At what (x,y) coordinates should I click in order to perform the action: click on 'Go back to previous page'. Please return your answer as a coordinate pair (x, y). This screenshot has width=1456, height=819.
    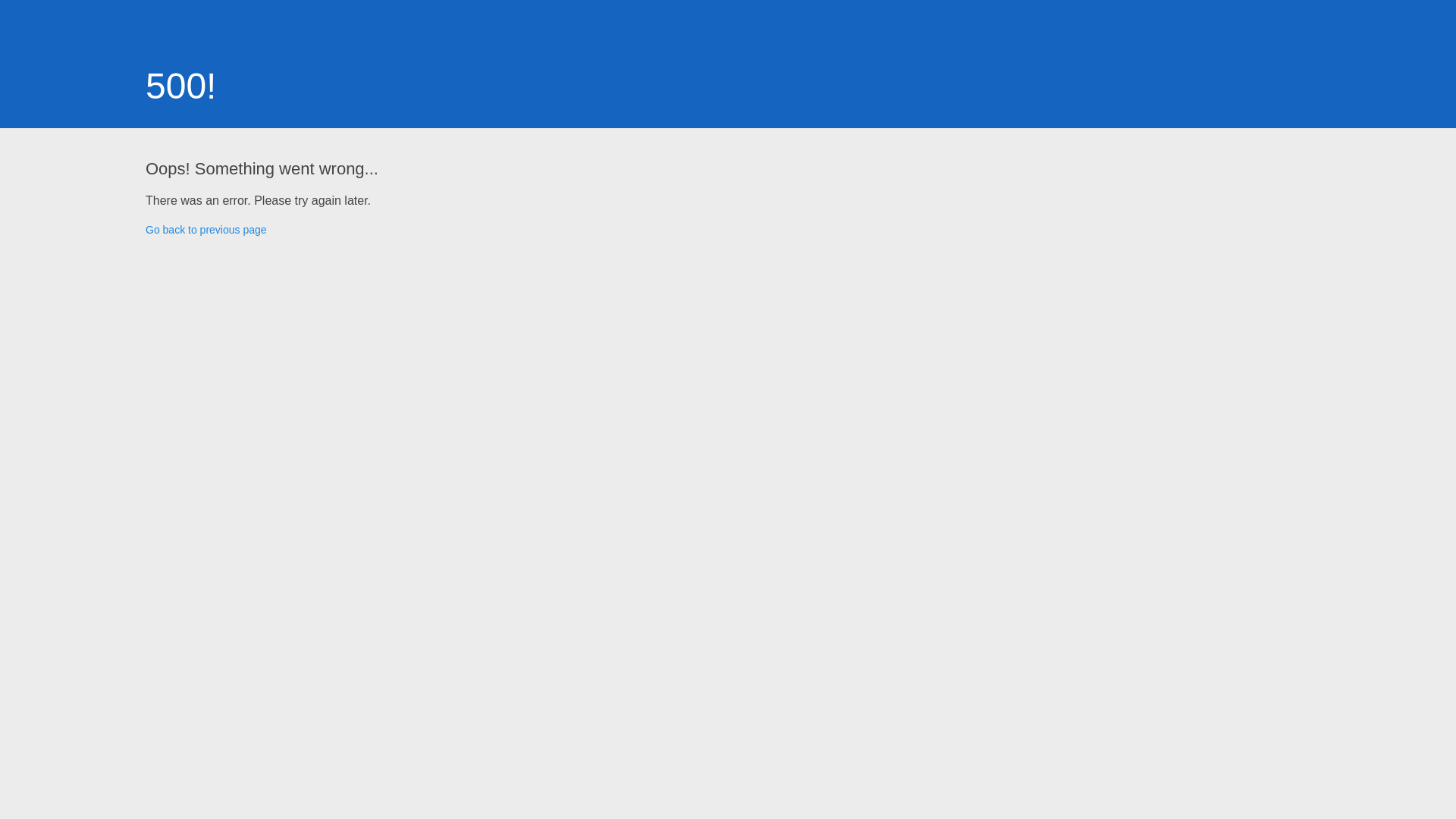
    Looking at the image, I should click on (206, 230).